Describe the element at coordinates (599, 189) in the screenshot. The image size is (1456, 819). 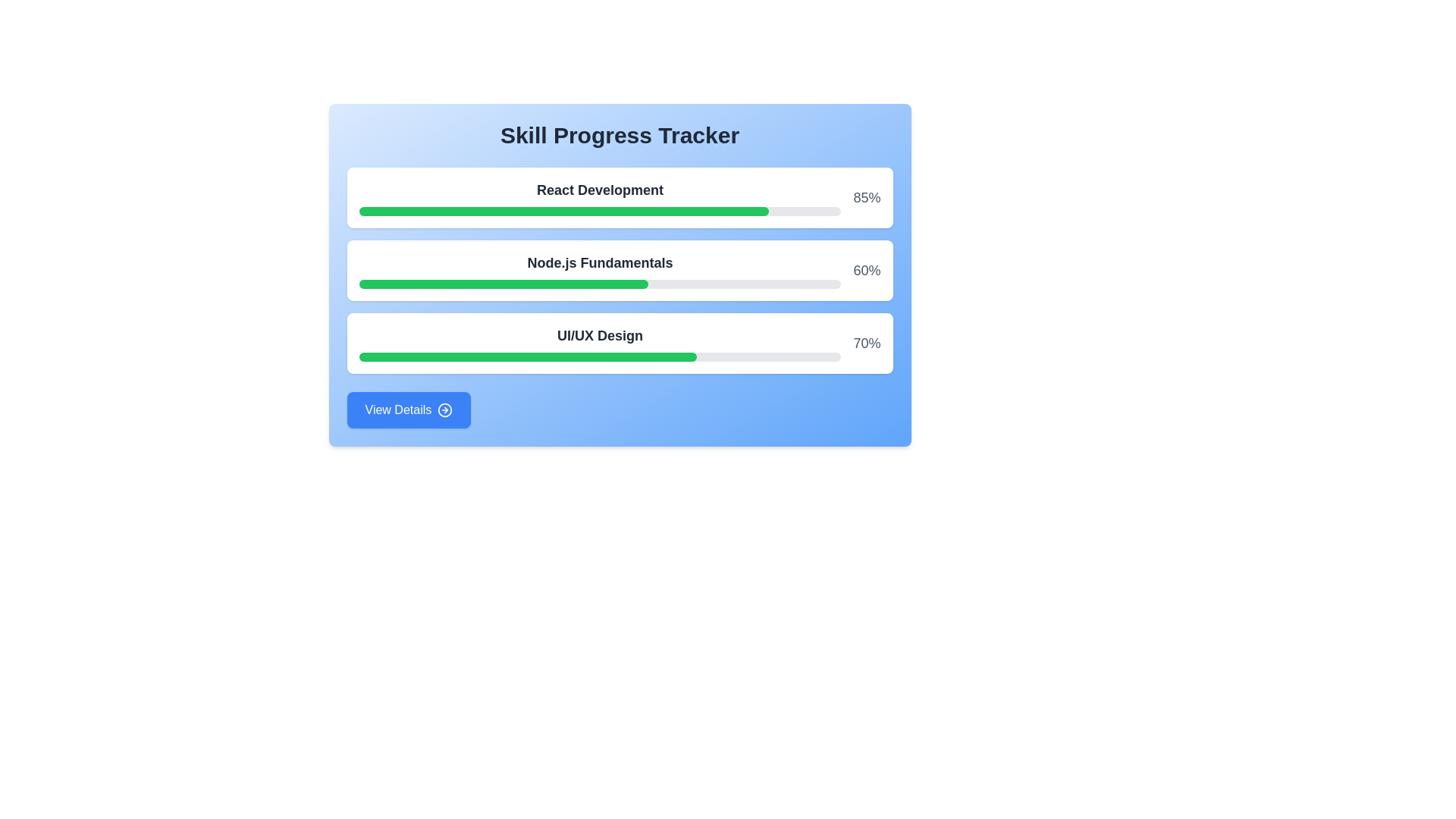
I see `the text label displaying 'React Development' which is styled in bold dark gray on a light background, positioned at the top of the vertical list of progress cards` at that location.